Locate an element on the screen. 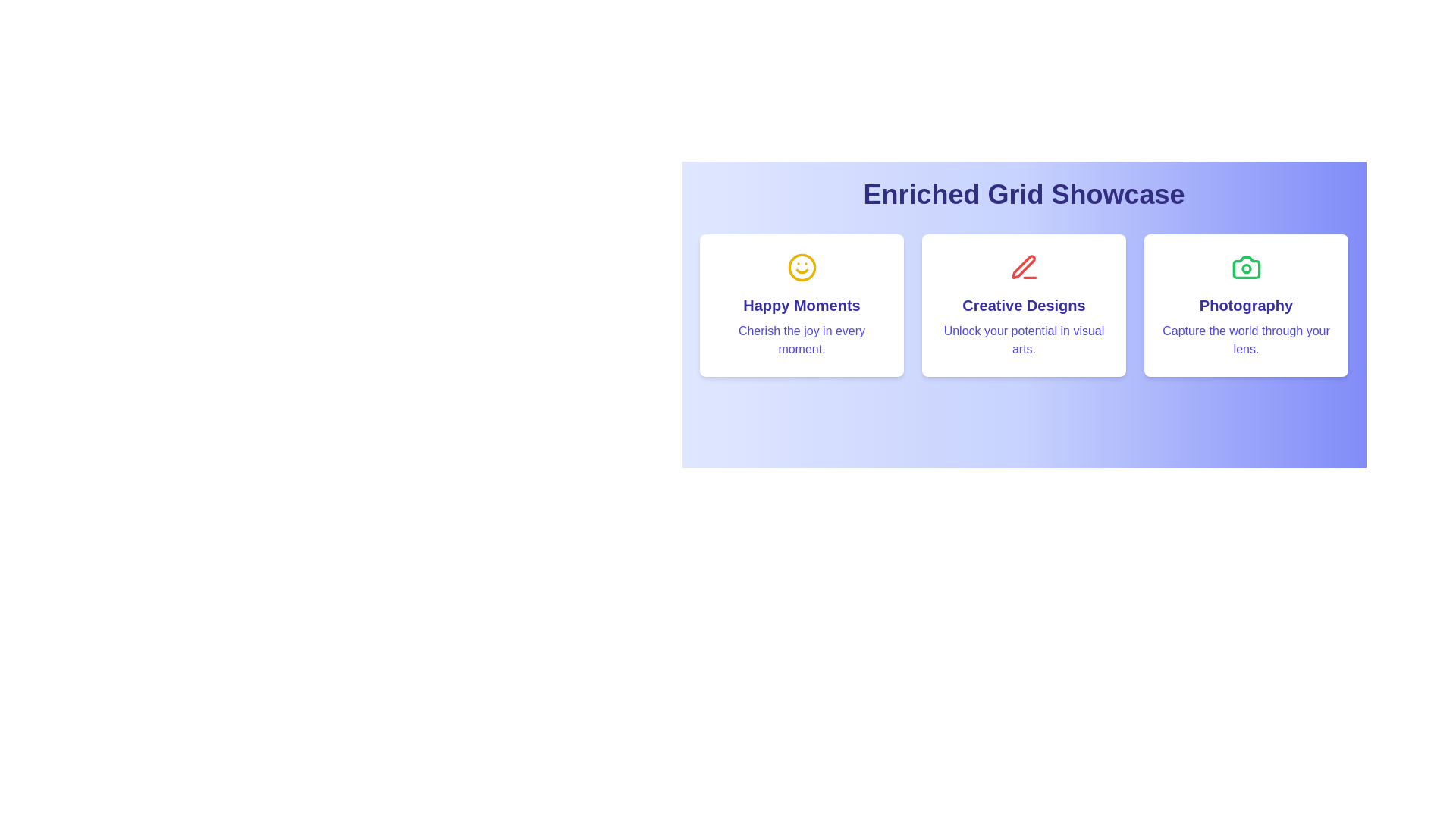 This screenshot has height=819, width=1456. the yellow smiley face icon located within the card titled 'Happy Moments', which is positioned above the title text 'Happy Moments' and the description text 'Cherish the joy in every moment.' is located at coordinates (801, 267).